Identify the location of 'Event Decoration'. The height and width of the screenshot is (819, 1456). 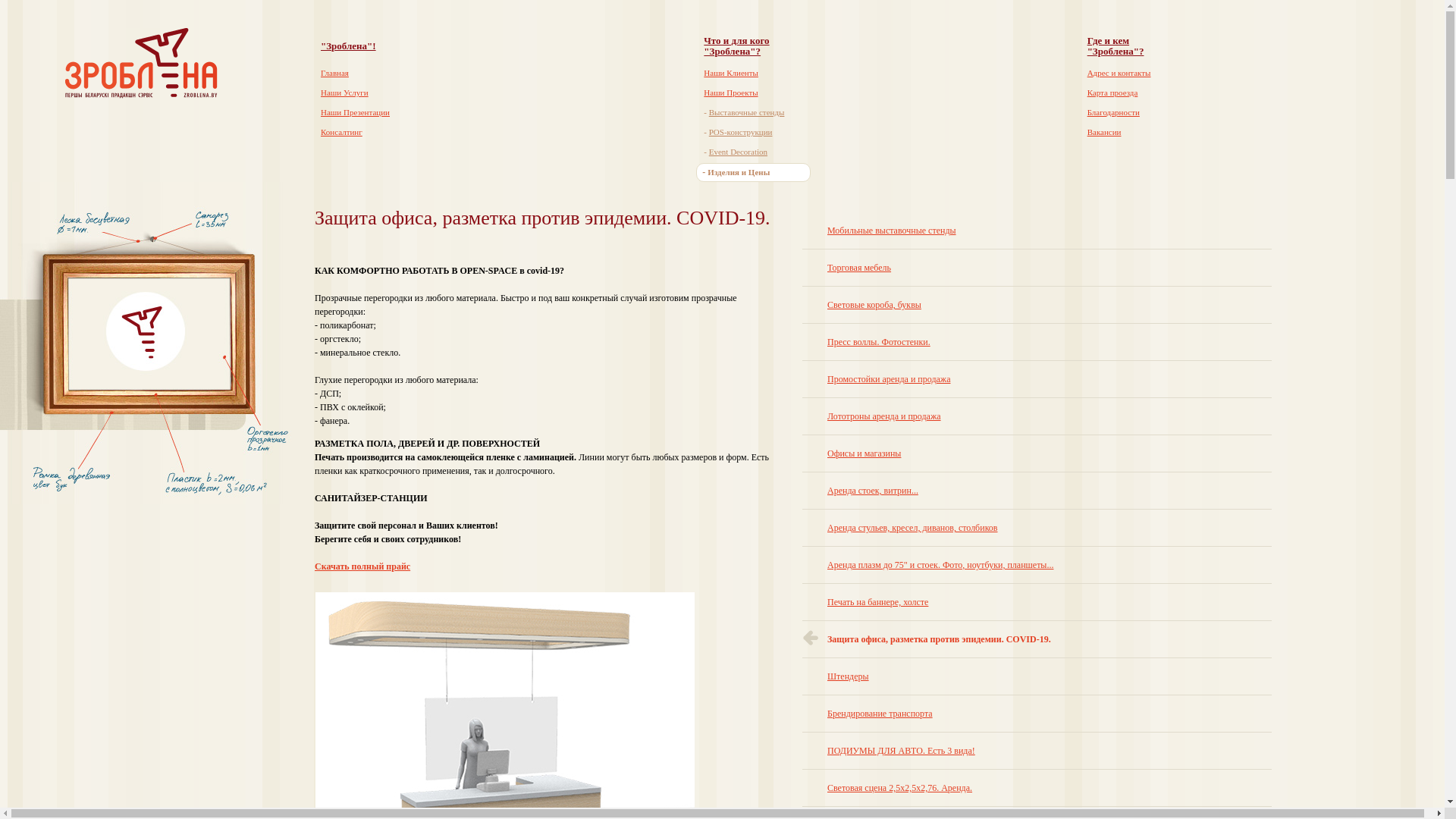
(738, 152).